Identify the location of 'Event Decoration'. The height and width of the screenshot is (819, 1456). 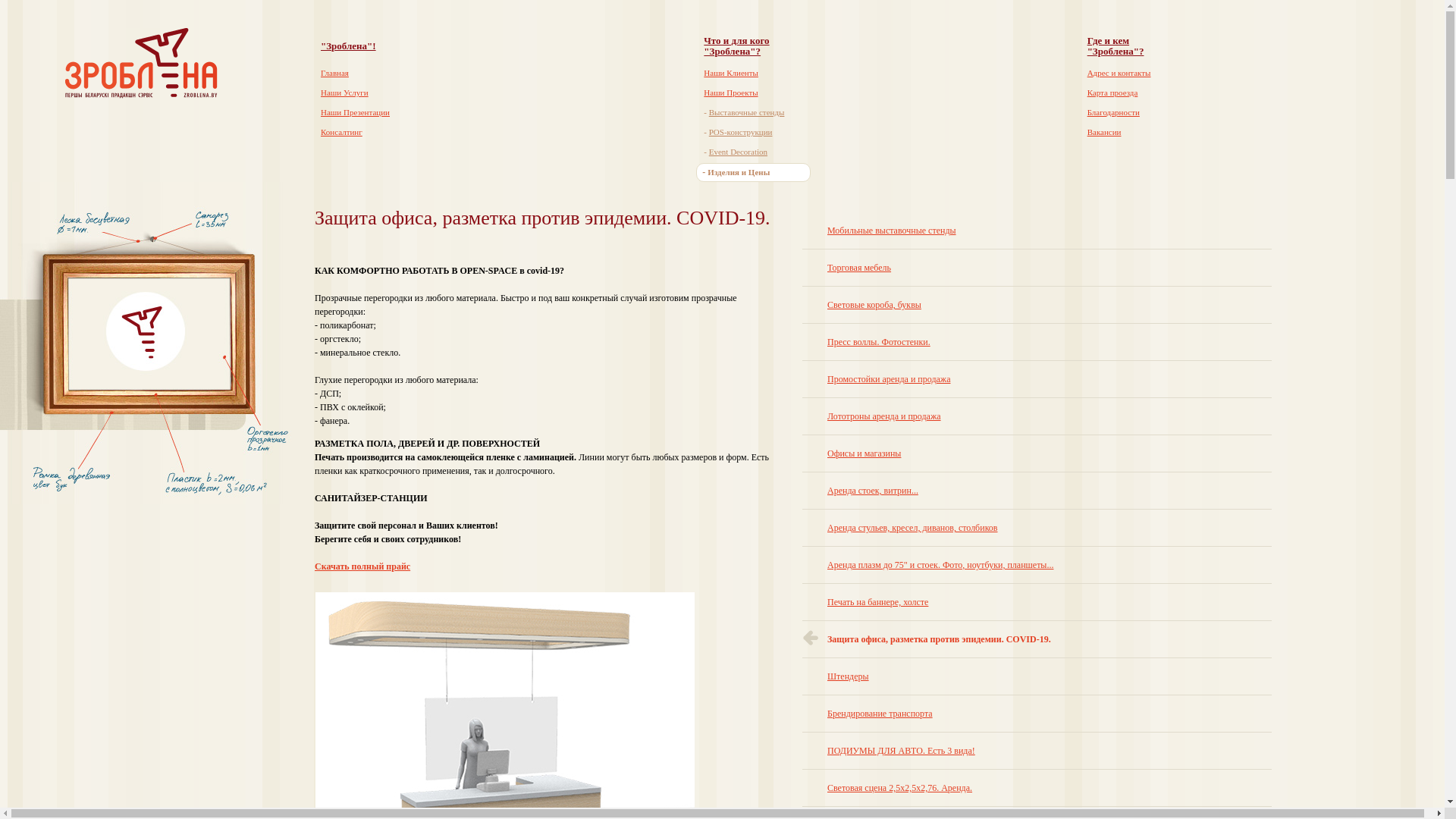
(738, 152).